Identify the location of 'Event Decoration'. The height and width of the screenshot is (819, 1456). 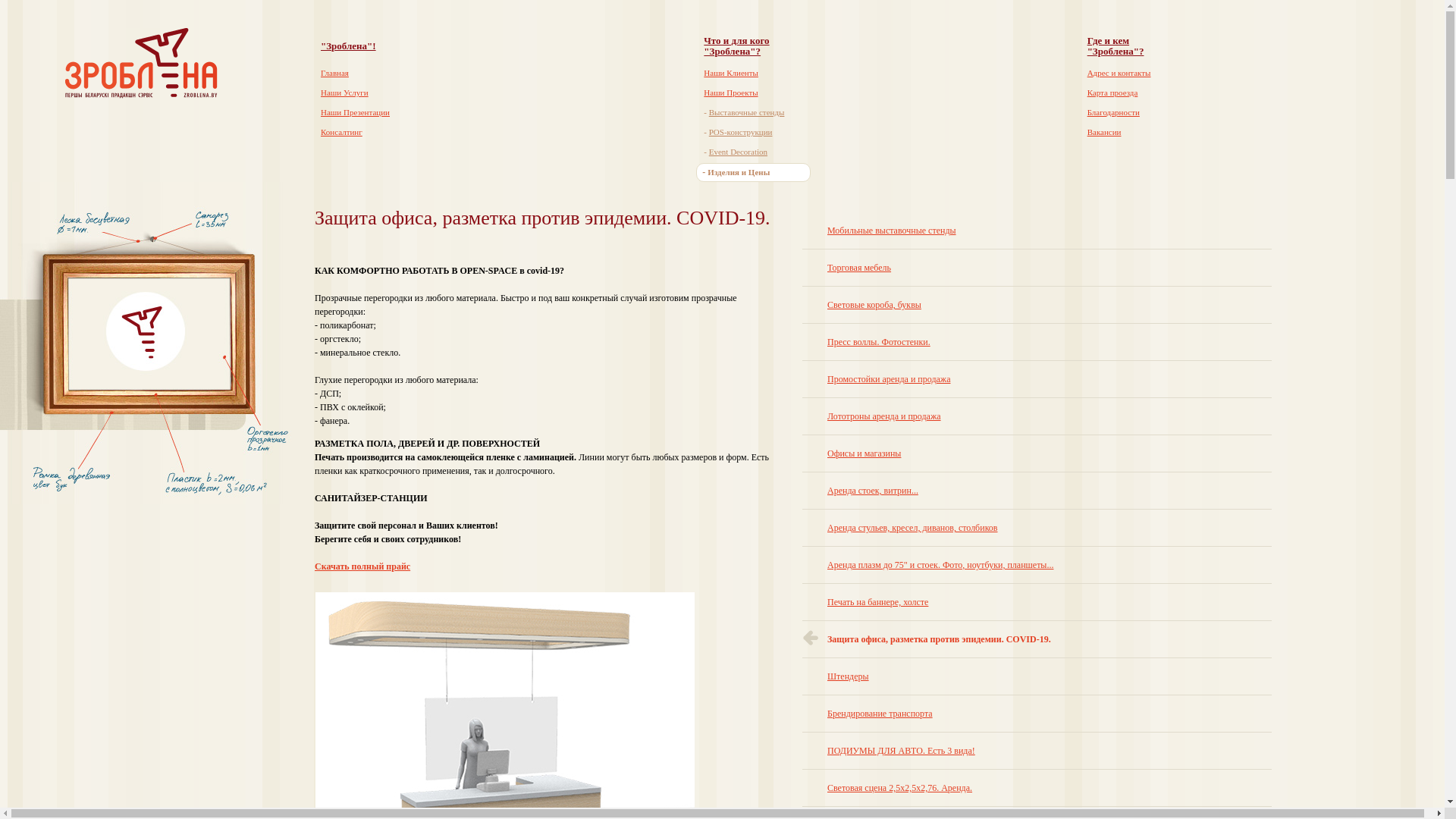
(738, 152).